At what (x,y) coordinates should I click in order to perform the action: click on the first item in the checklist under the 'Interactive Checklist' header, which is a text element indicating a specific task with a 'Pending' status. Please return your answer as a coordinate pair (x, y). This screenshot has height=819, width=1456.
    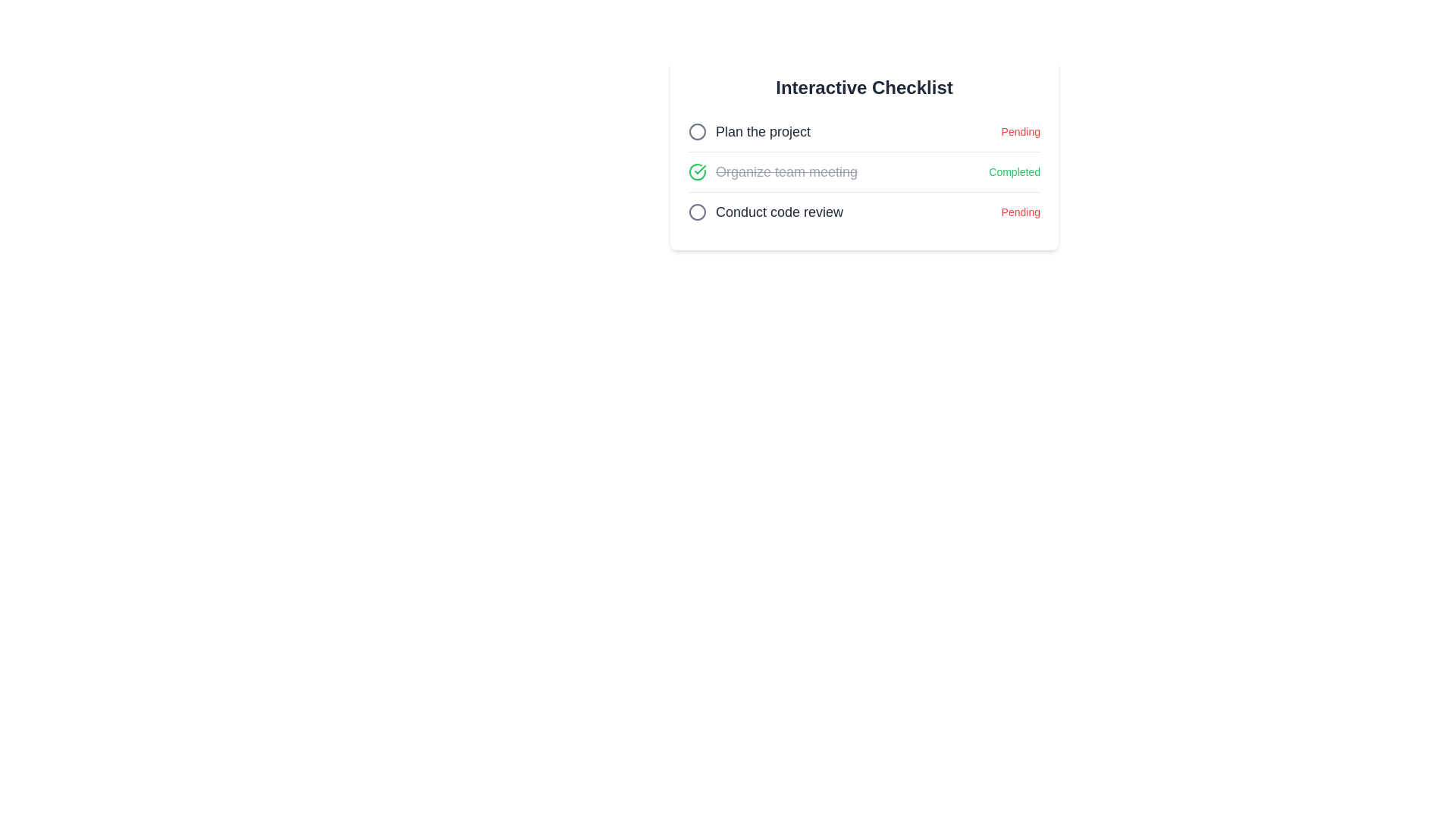
    Looking at the image, I should click on (763, 130).